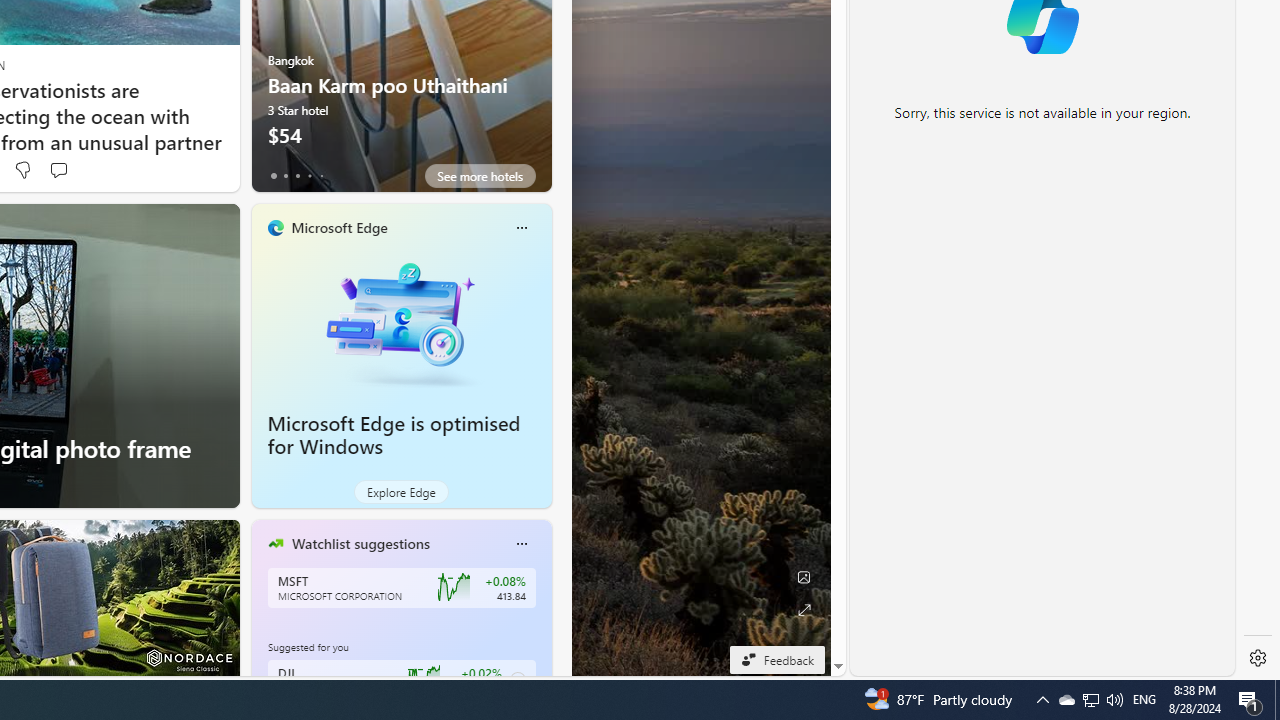  What do you see at coordinates (284, 175) in the screenshot?
I see `'tab-1'` at bounding box center [284, 175].